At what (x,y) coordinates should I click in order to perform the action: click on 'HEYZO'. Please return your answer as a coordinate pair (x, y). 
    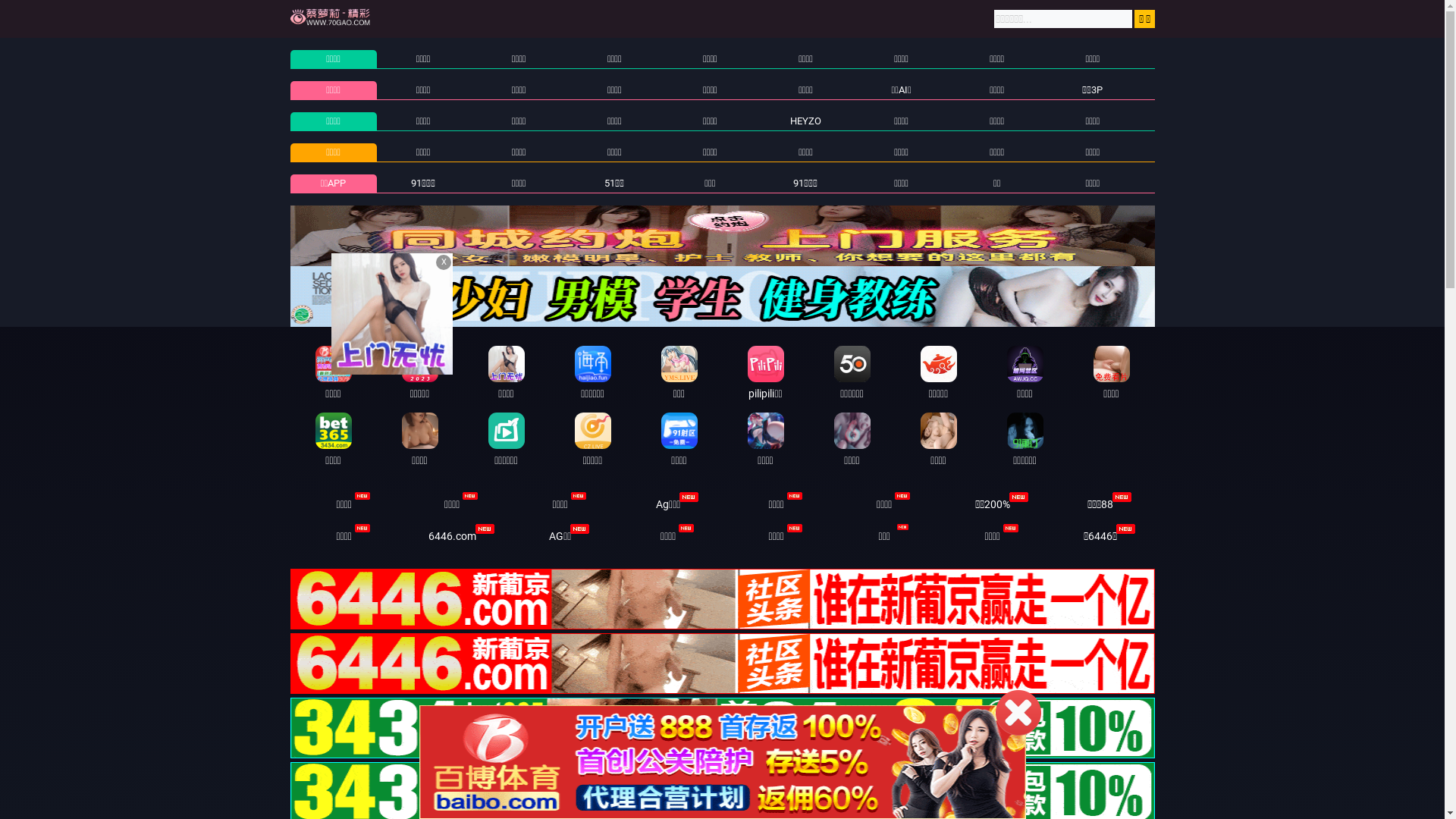
    Looking at the image, I should click on (789, 120).